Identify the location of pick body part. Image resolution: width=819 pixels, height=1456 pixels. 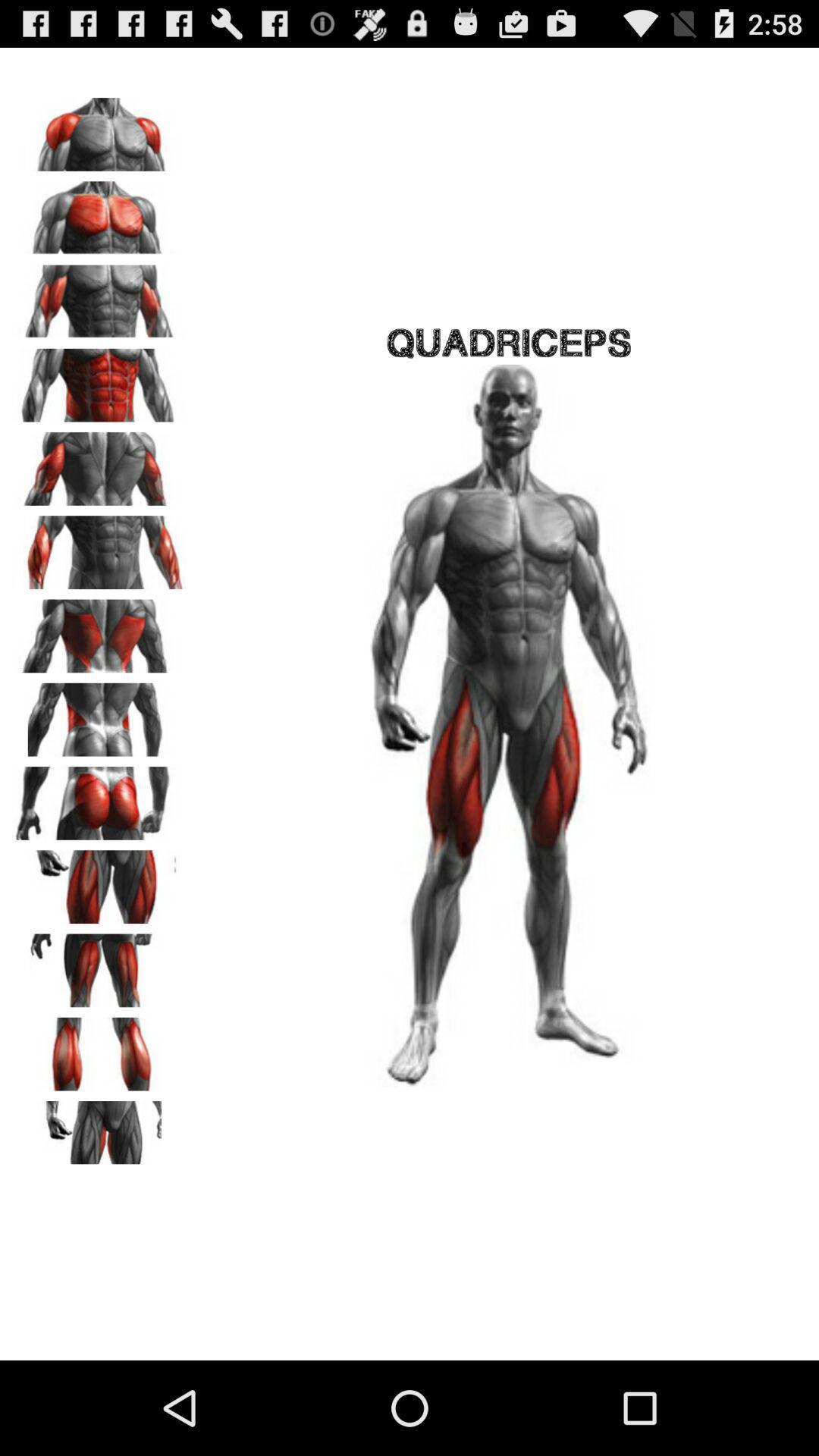
(99, 546).